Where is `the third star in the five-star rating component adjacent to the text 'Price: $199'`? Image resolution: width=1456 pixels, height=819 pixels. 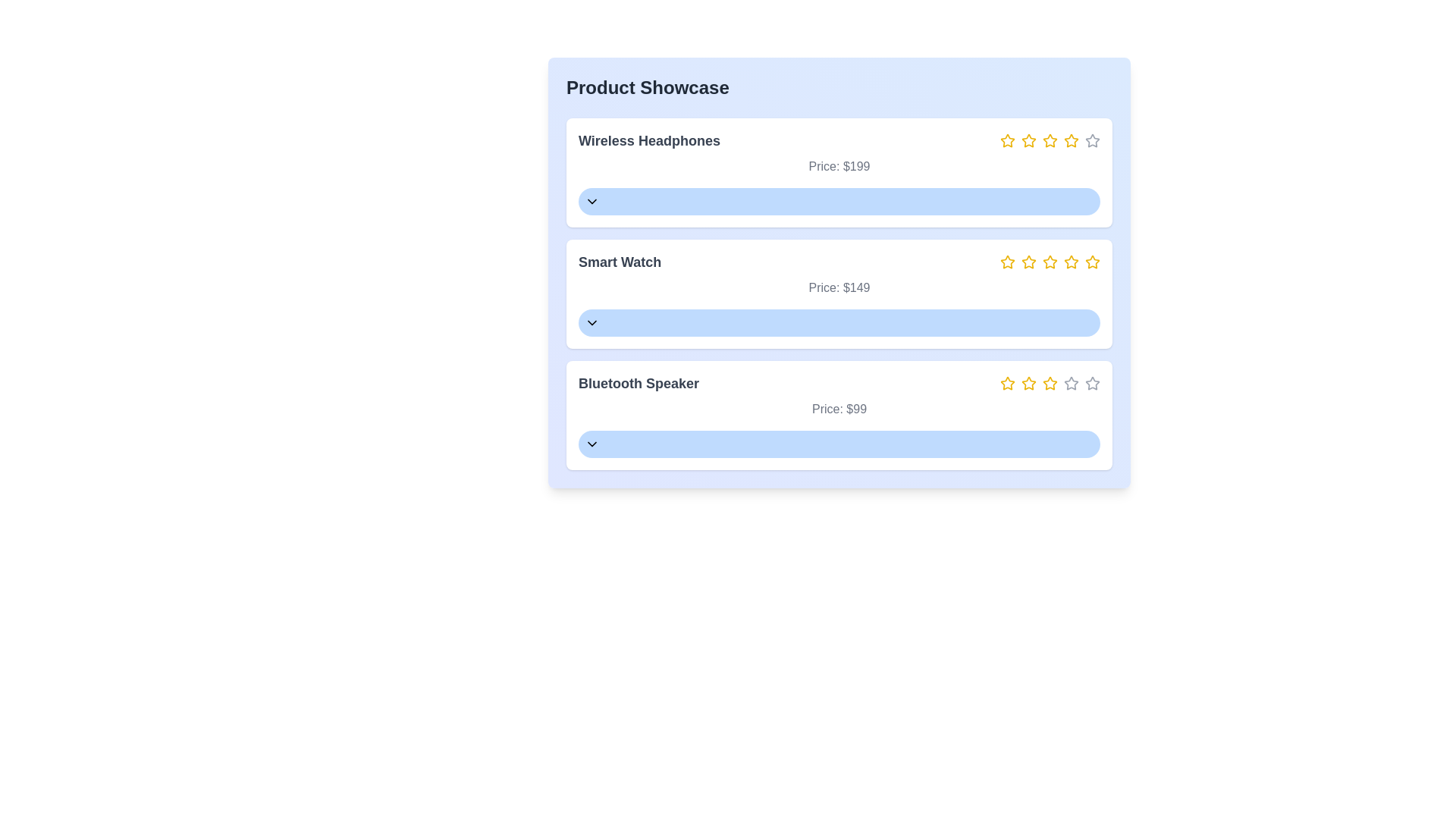 the third star in the five-star rating component adjacent to the text 'Price: $199' is located at coordinates (1050, 140).